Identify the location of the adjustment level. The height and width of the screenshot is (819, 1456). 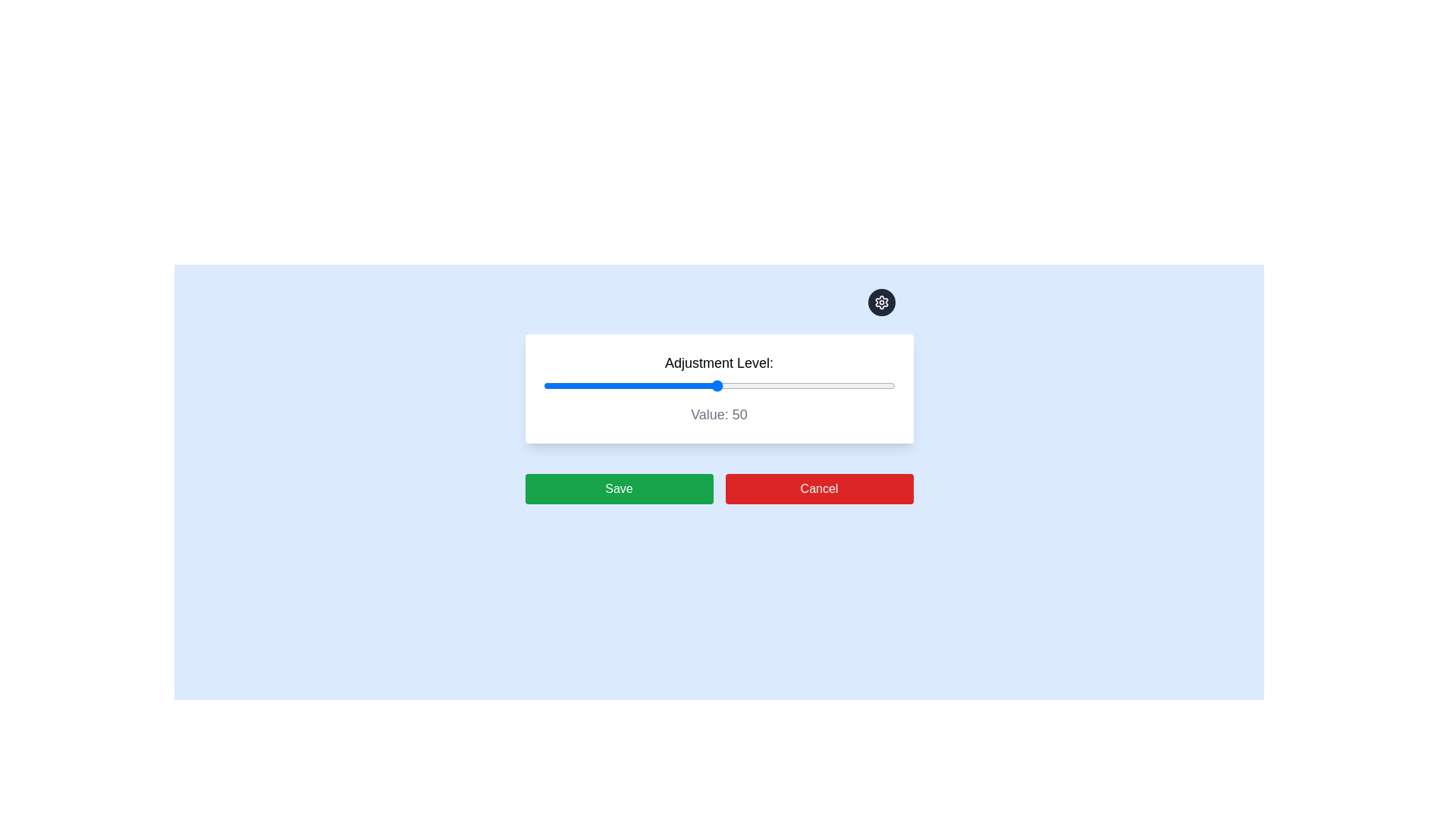
(599, 385).